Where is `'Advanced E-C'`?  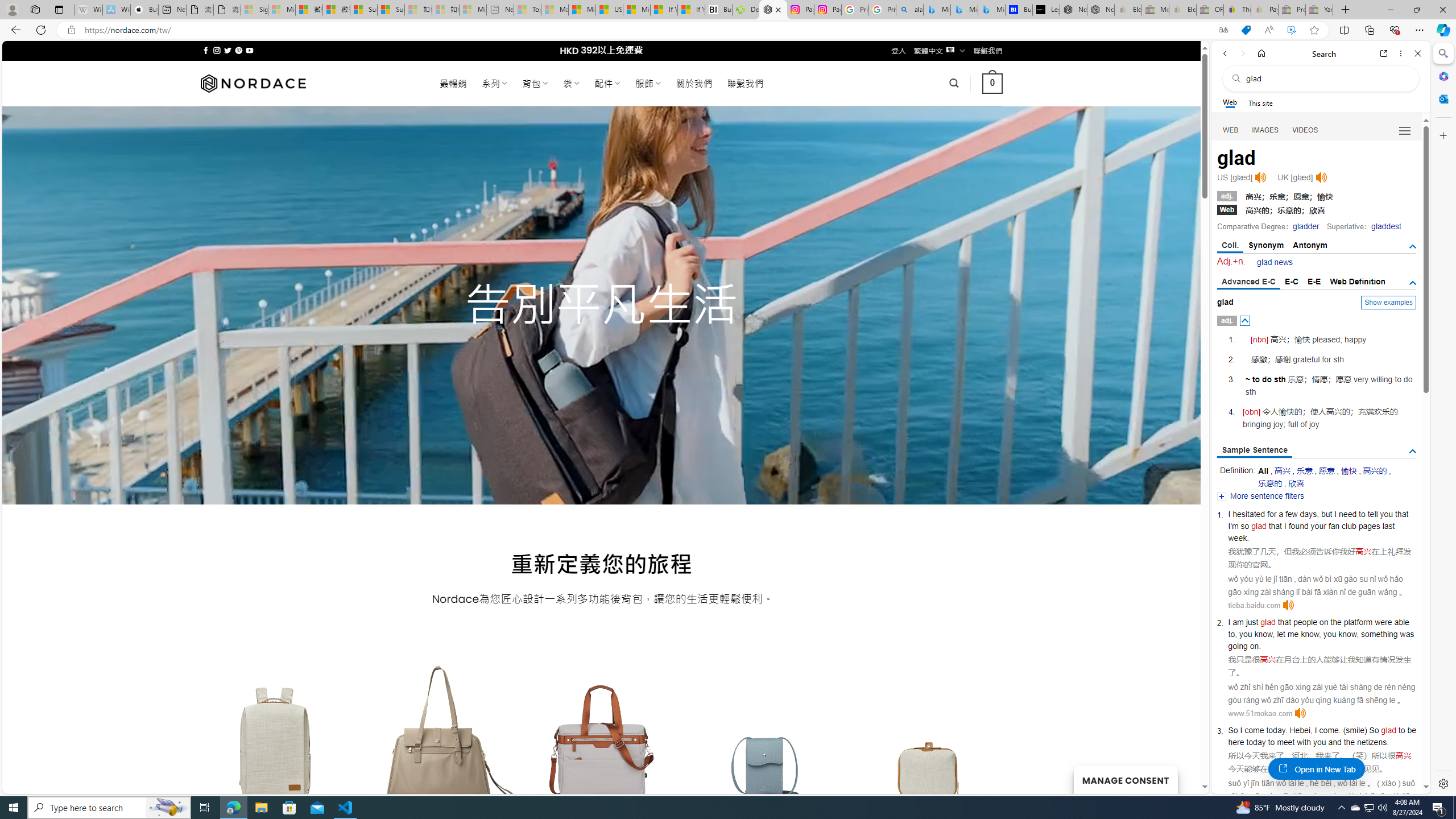 'Advanced E-C' is located at coordinates (1248, 282).